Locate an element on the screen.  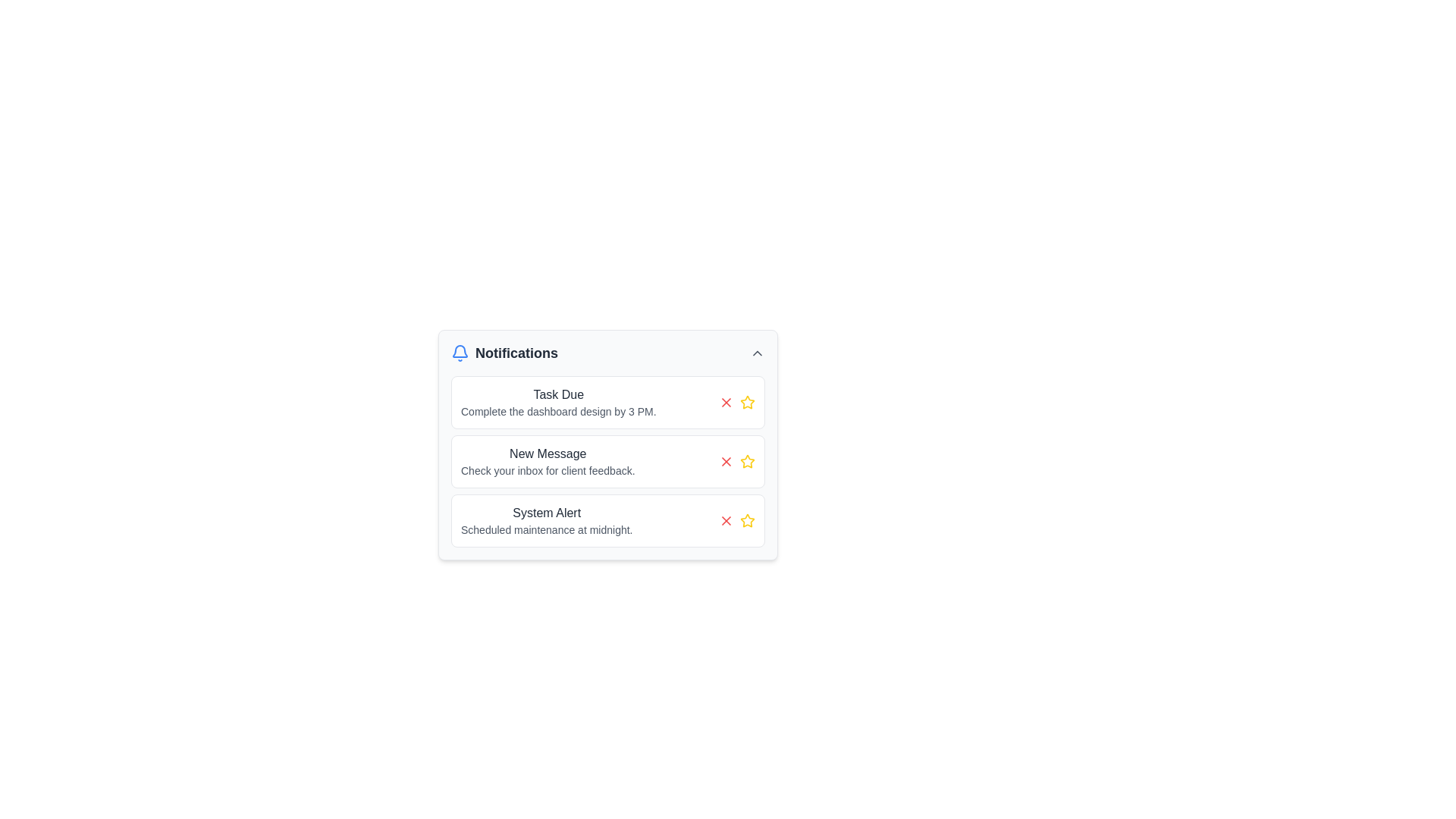
the text label displaying 'Scheduled maintenance at midnight.' located below the 'System Alert' title in the notification card is located at coordinates (546, 529).